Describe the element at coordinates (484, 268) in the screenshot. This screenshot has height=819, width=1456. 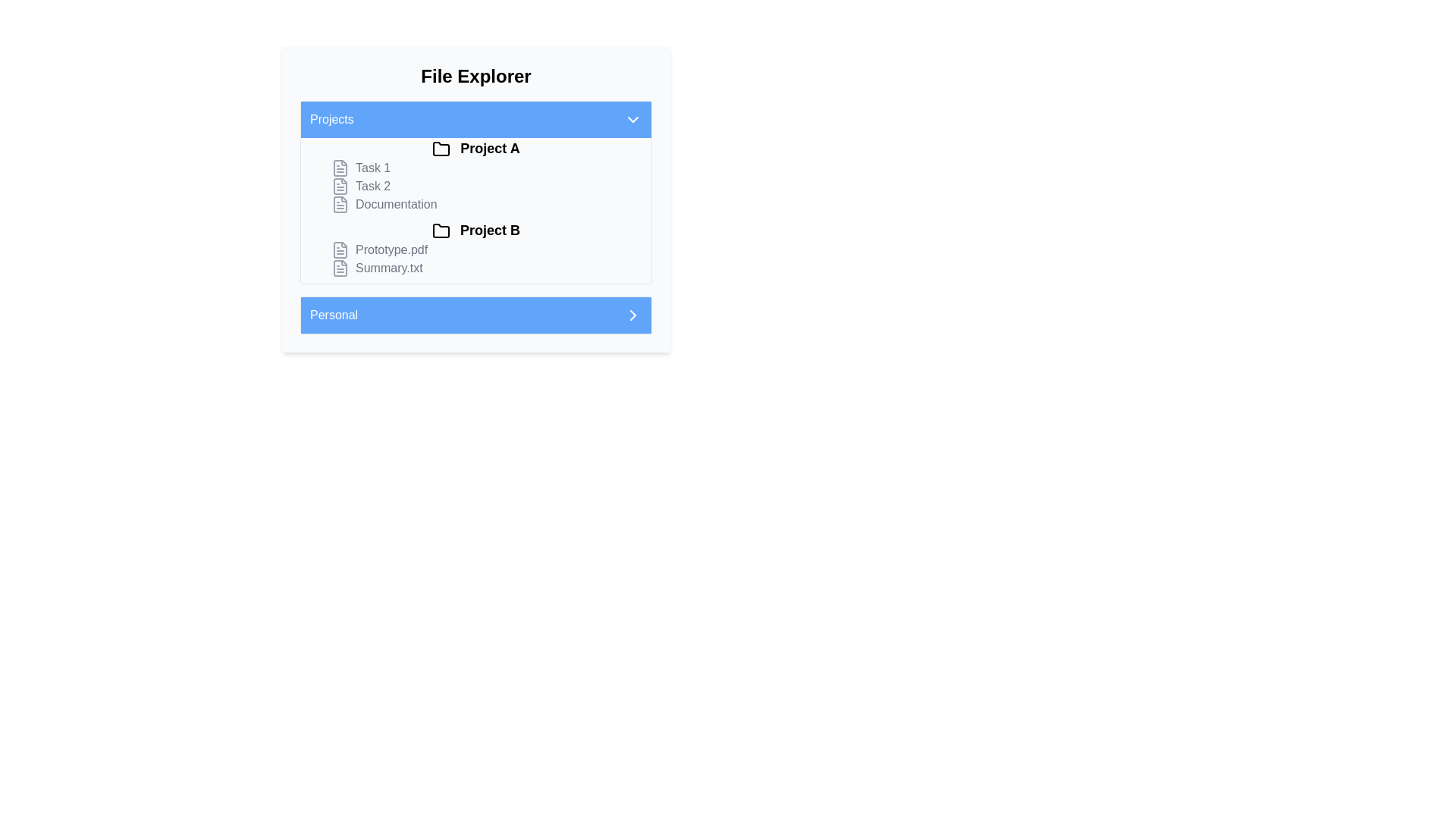
I see `the 'Summary.txt' file item under 'Project B' in the 'Projects' section` at that location.